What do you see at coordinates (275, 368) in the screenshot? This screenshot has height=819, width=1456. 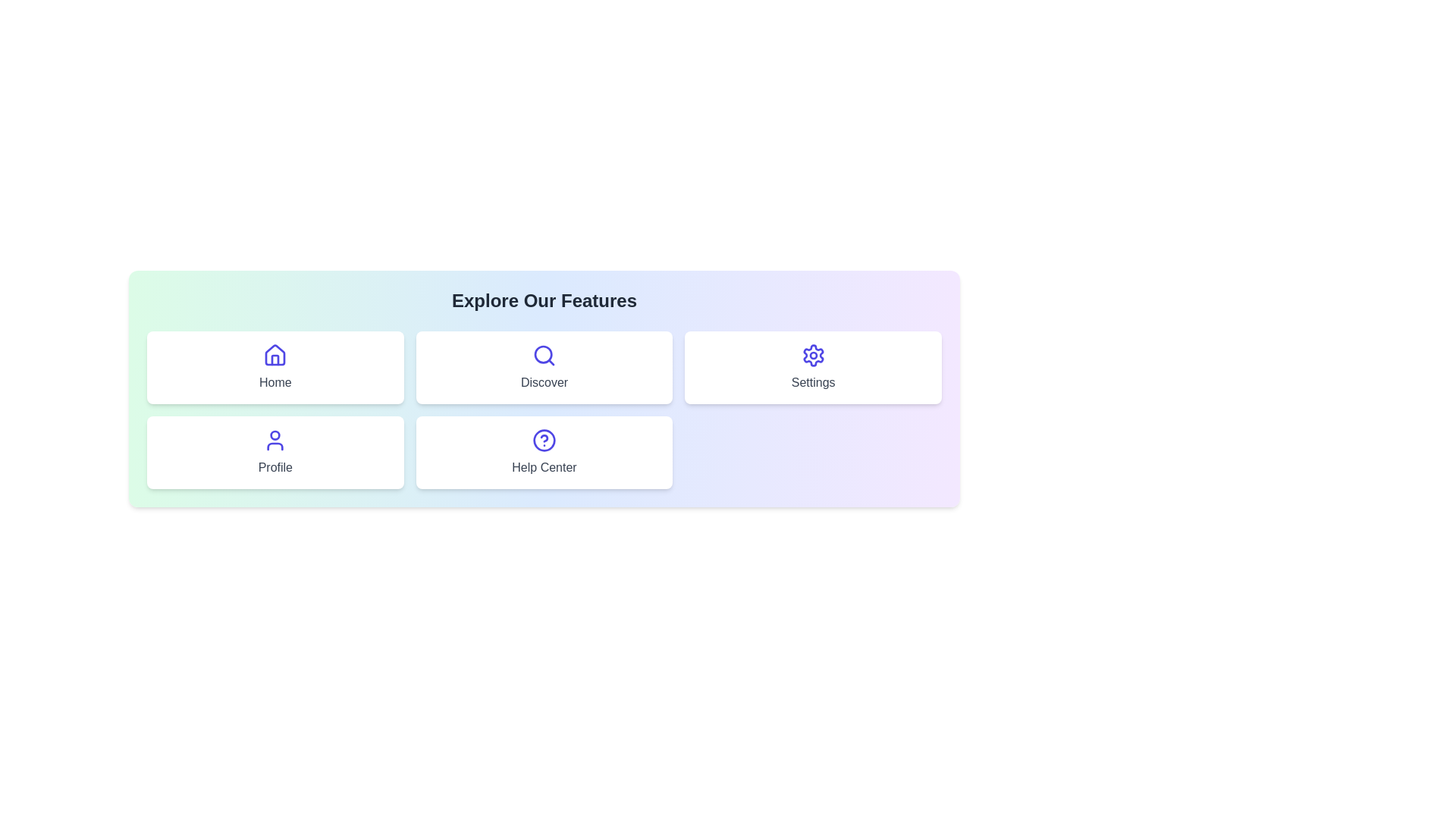 I see `the 'Home' button which is a rectangular button with a white background, a blue house icon, and the text 'Home' below it, located` at bounding box center [275, 368].